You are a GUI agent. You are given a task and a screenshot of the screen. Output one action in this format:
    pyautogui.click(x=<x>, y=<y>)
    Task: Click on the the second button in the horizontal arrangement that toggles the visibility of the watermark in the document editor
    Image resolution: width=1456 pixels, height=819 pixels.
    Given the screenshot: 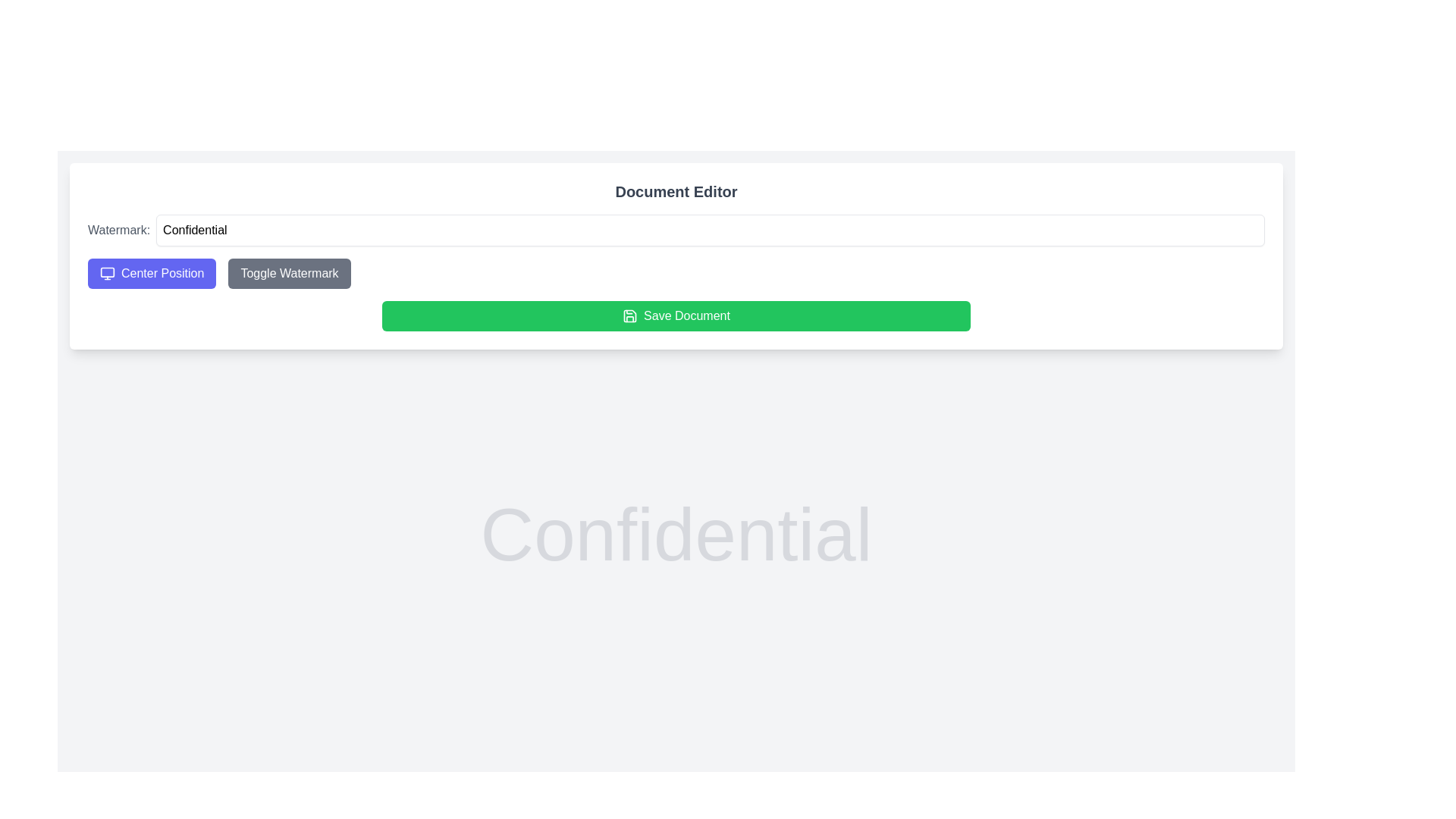 What is the action you would take?
    pyautogui.click(x=290, y=274)
    